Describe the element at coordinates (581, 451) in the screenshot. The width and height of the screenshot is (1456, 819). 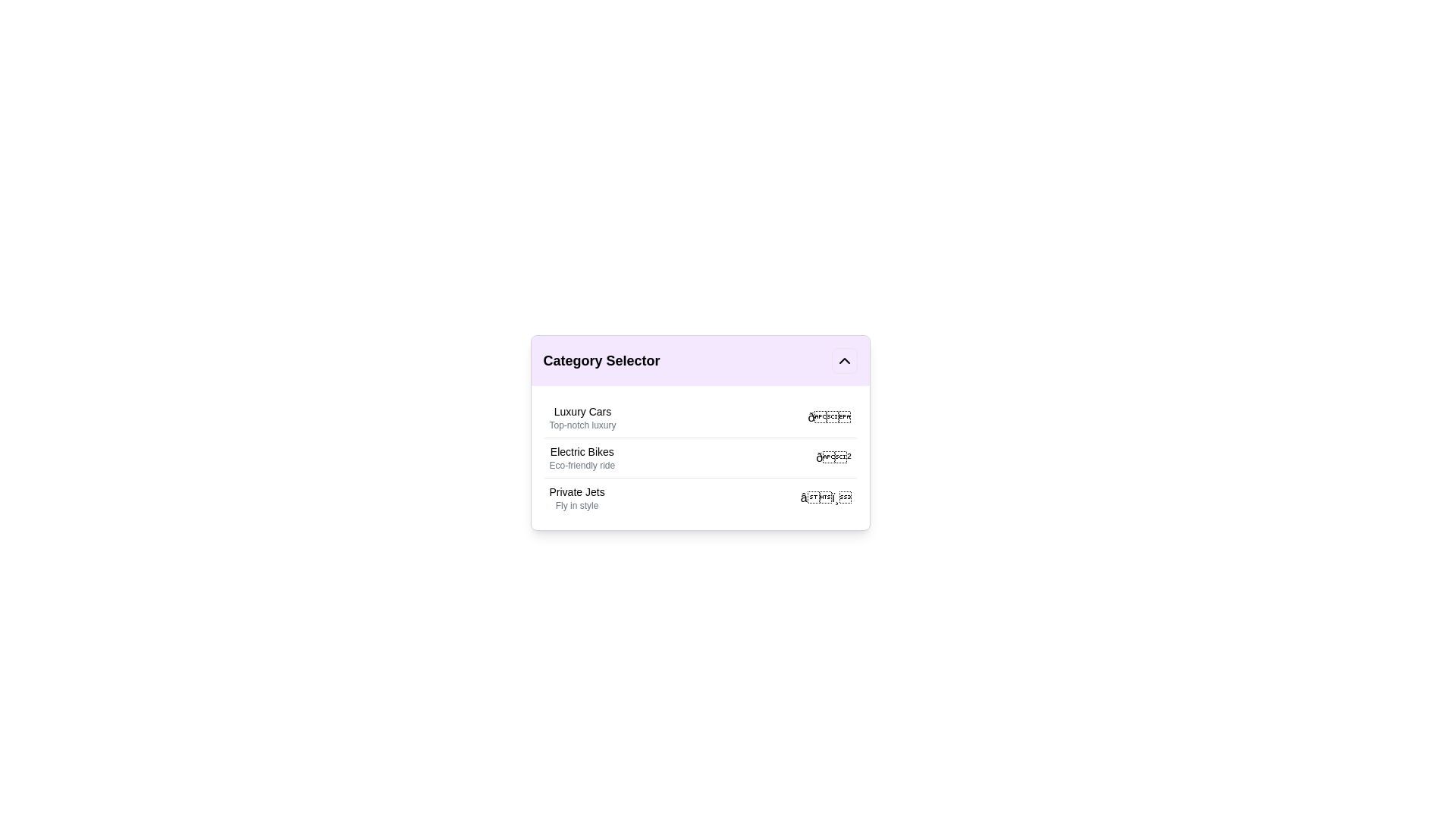
I see `the text label displaying 'Electric Bikes', which is styled as a heading in a category pane, located centrally between 'Luxury Cars' and 'Private Jets'` at that location.